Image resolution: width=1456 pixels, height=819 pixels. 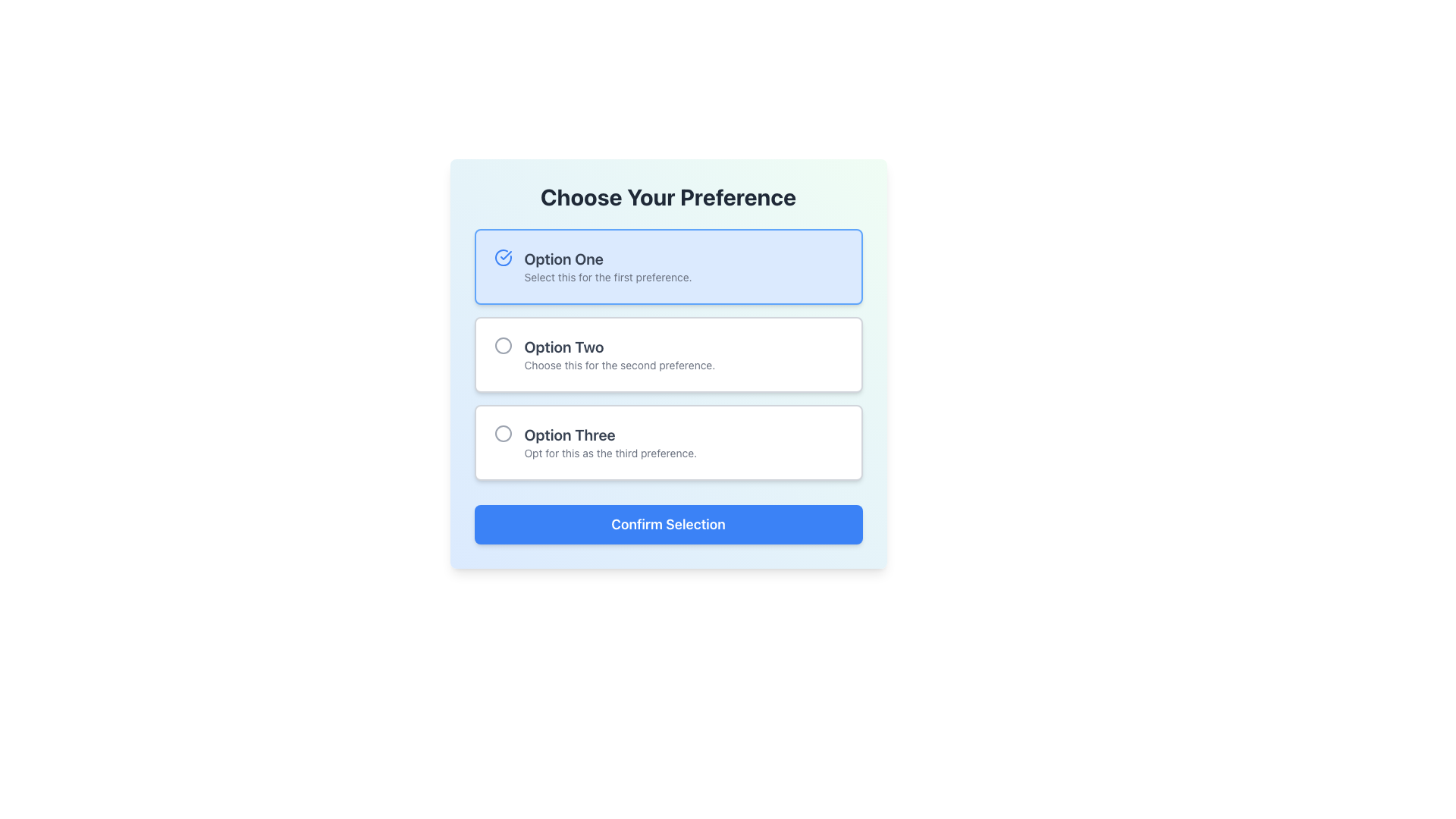 What do you see at coordinates (503, 256) in the screenshot?
I see `the visual selection indicator icon located to the left of 'Option One'` at bounding box center [503, 256].